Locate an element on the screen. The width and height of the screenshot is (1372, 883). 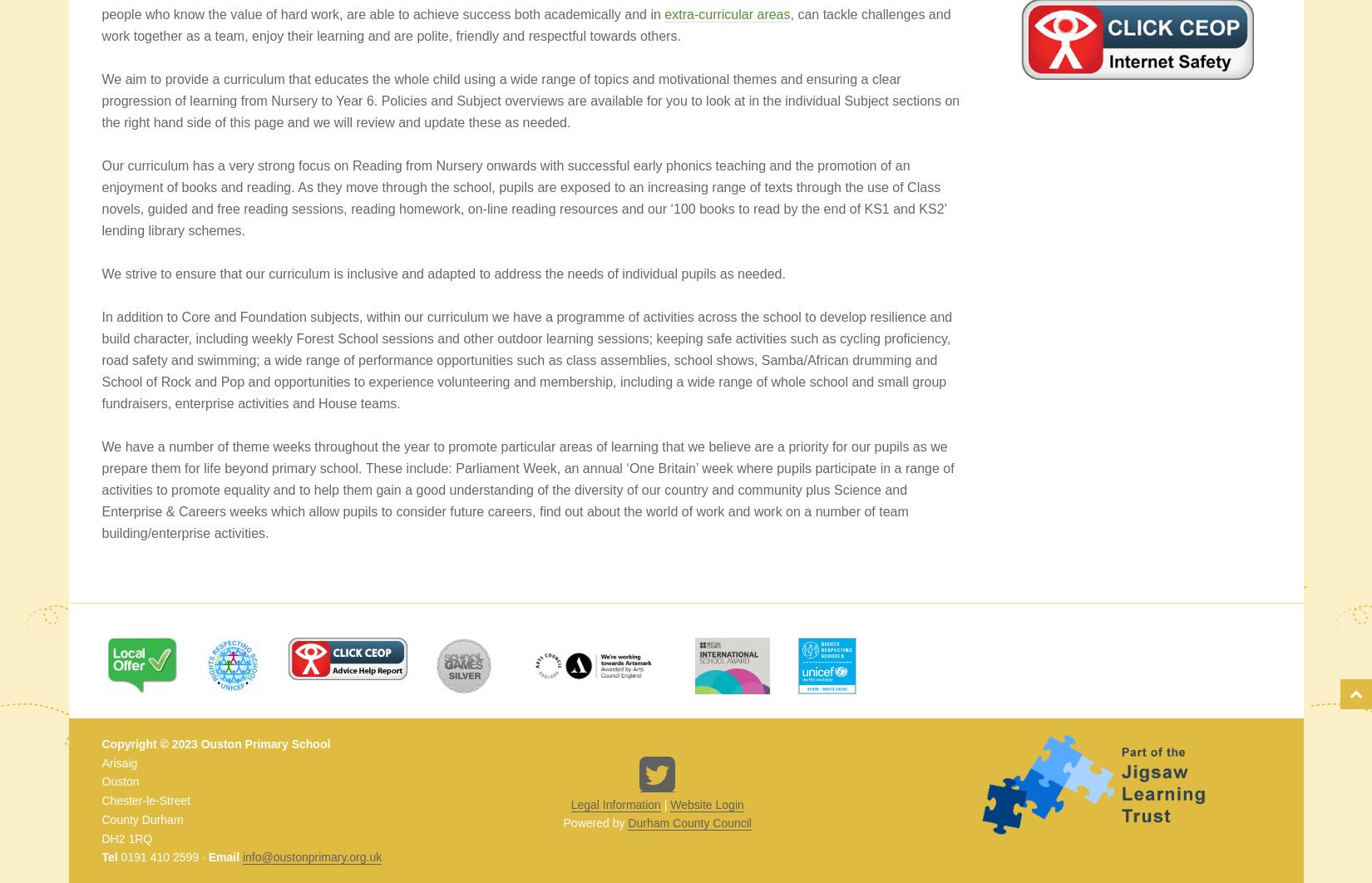
'Durham County Council' is located at coordinates (688, 821).